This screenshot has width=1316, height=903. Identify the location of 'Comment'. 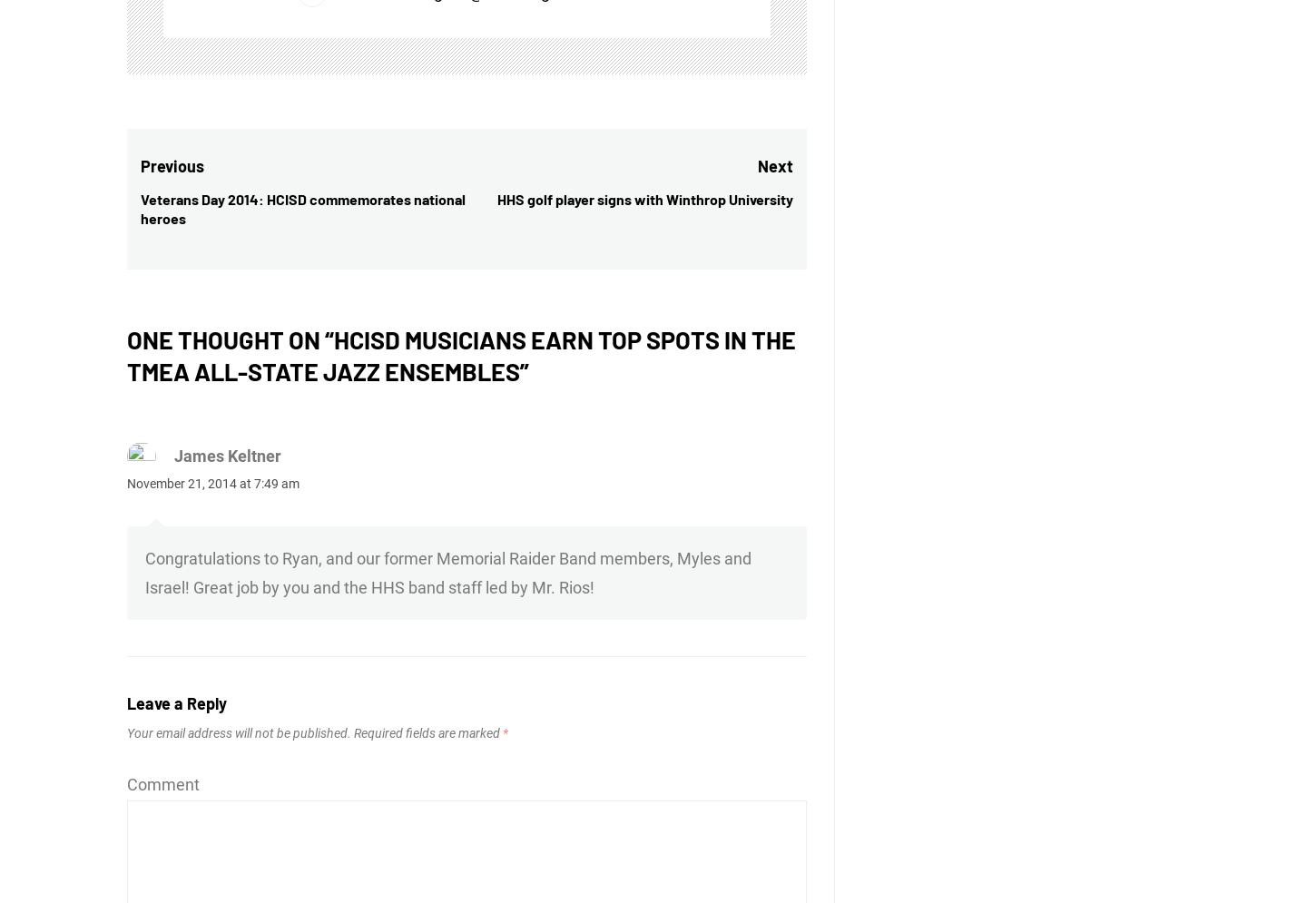
(126, 784).